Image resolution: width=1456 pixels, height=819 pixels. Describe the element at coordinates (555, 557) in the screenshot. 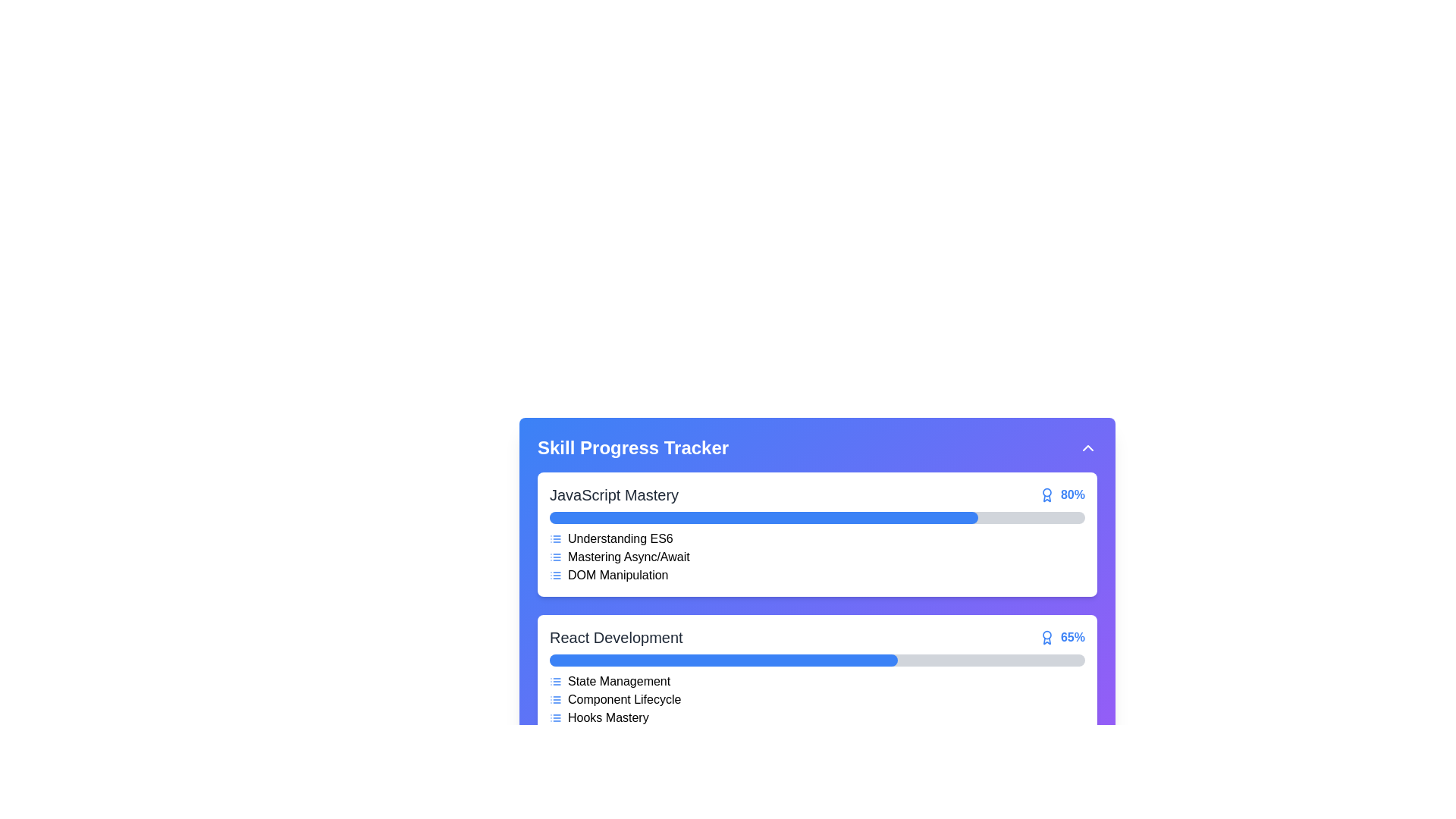

I see `the small blue bulleted list icon located to the left of the text 'Mastering Async/Await' in the 'JavaScript Mastery' section of the 'Skill Progress Tracker'` at that location.